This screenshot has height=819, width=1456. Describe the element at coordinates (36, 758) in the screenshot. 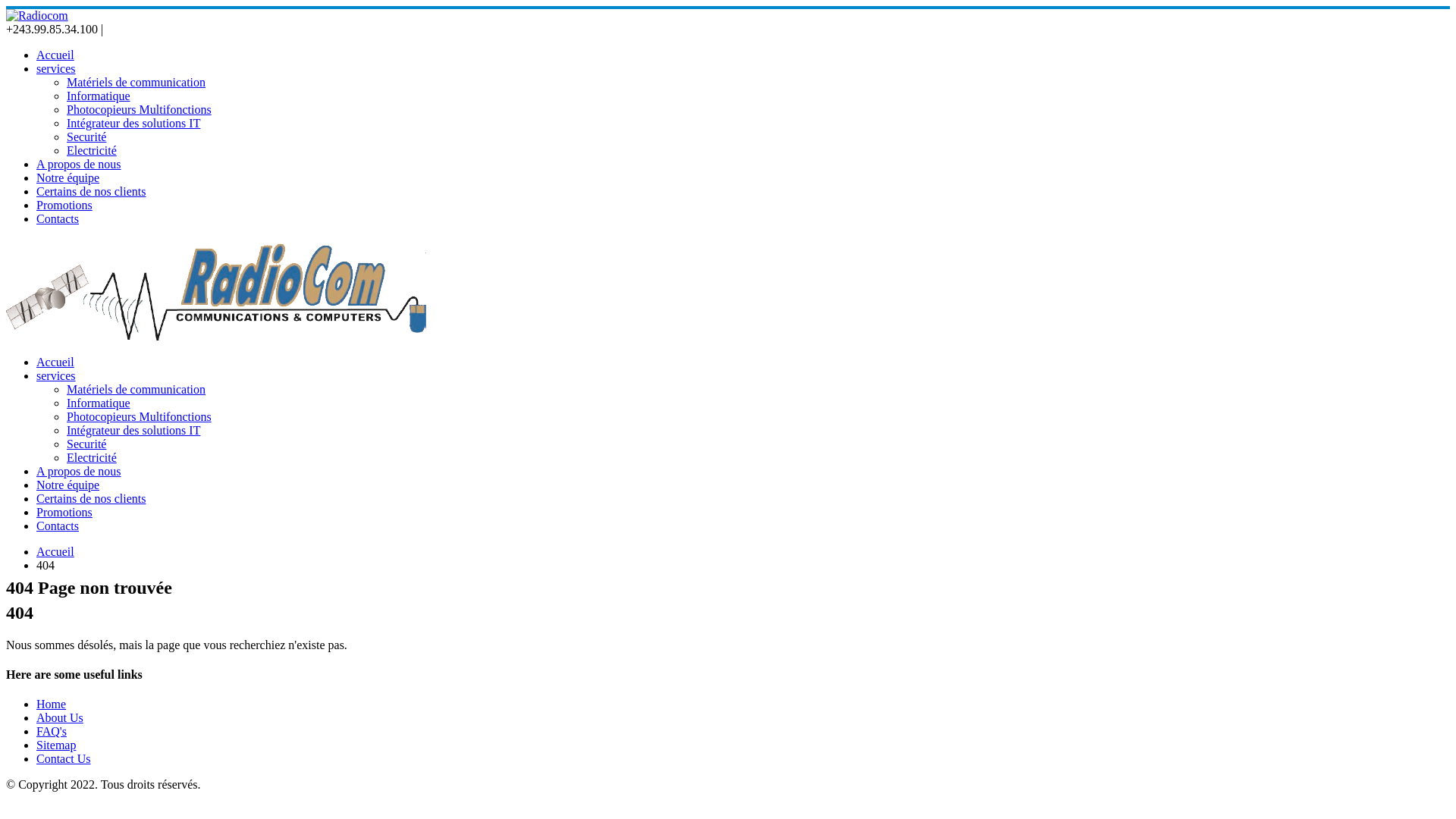

I see `'Contact Us'` at that location.